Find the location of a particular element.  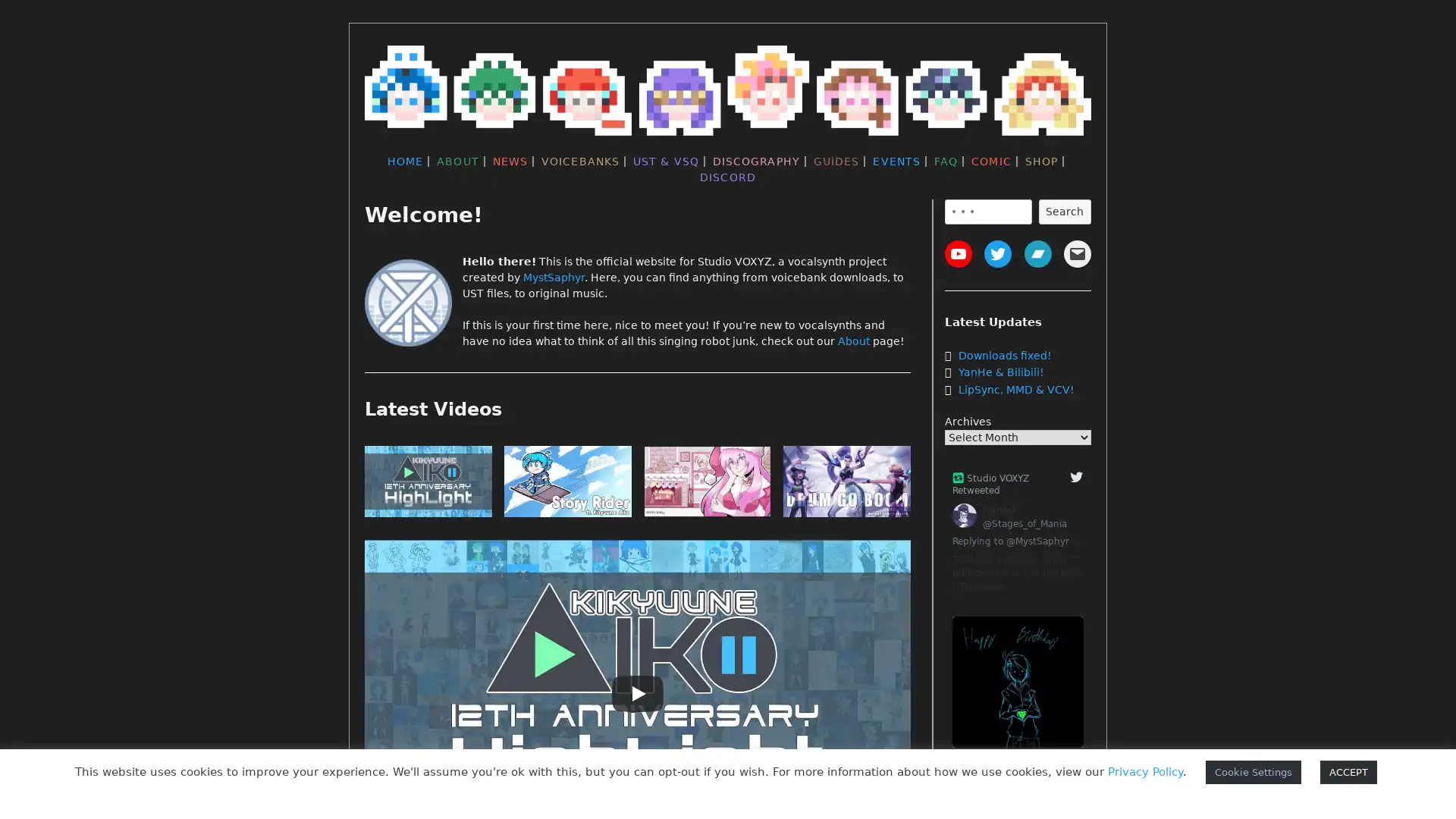

Search is located at coordinates (1063, 211).